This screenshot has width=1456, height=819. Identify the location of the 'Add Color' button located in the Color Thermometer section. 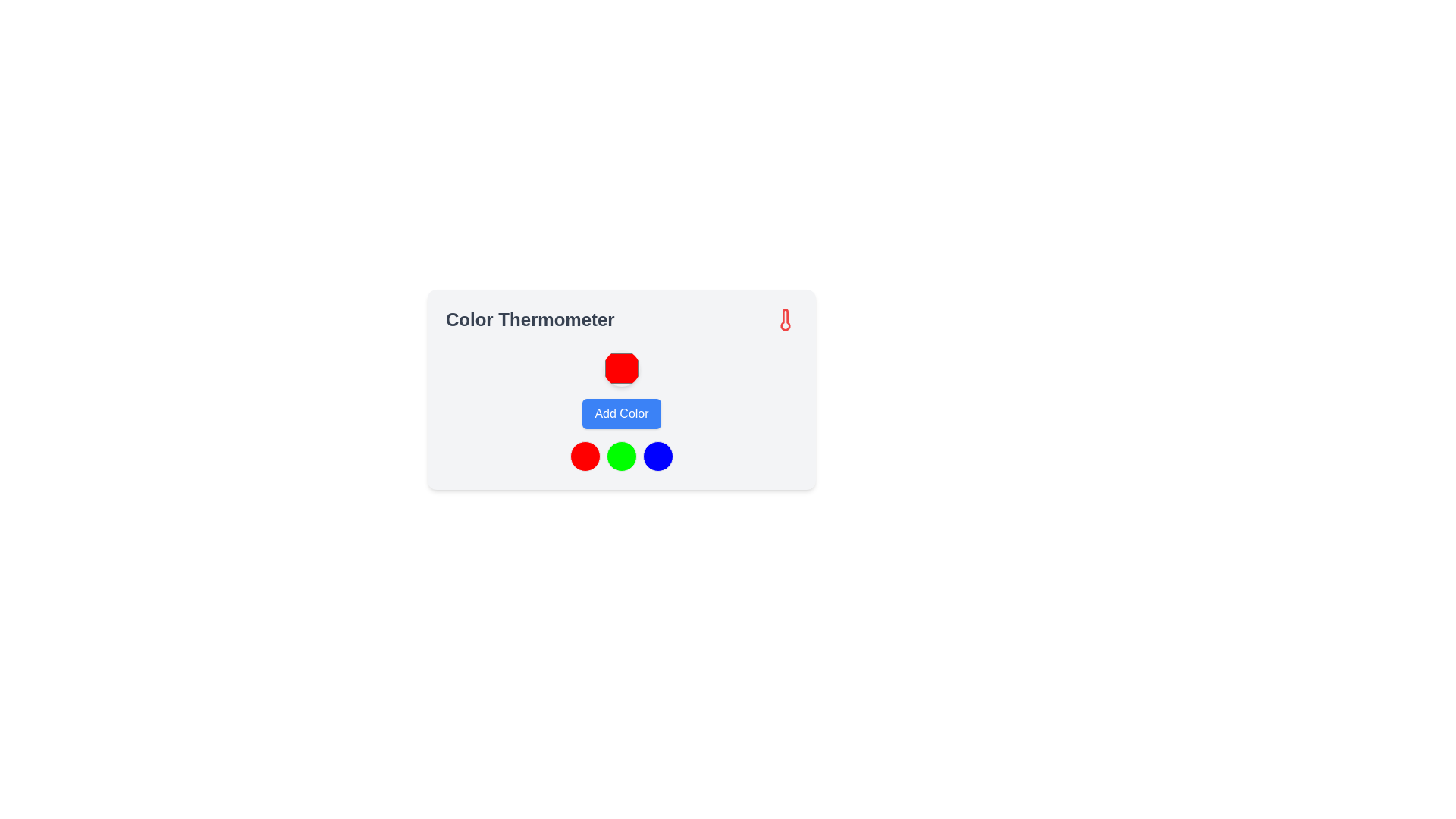
(622, 411).